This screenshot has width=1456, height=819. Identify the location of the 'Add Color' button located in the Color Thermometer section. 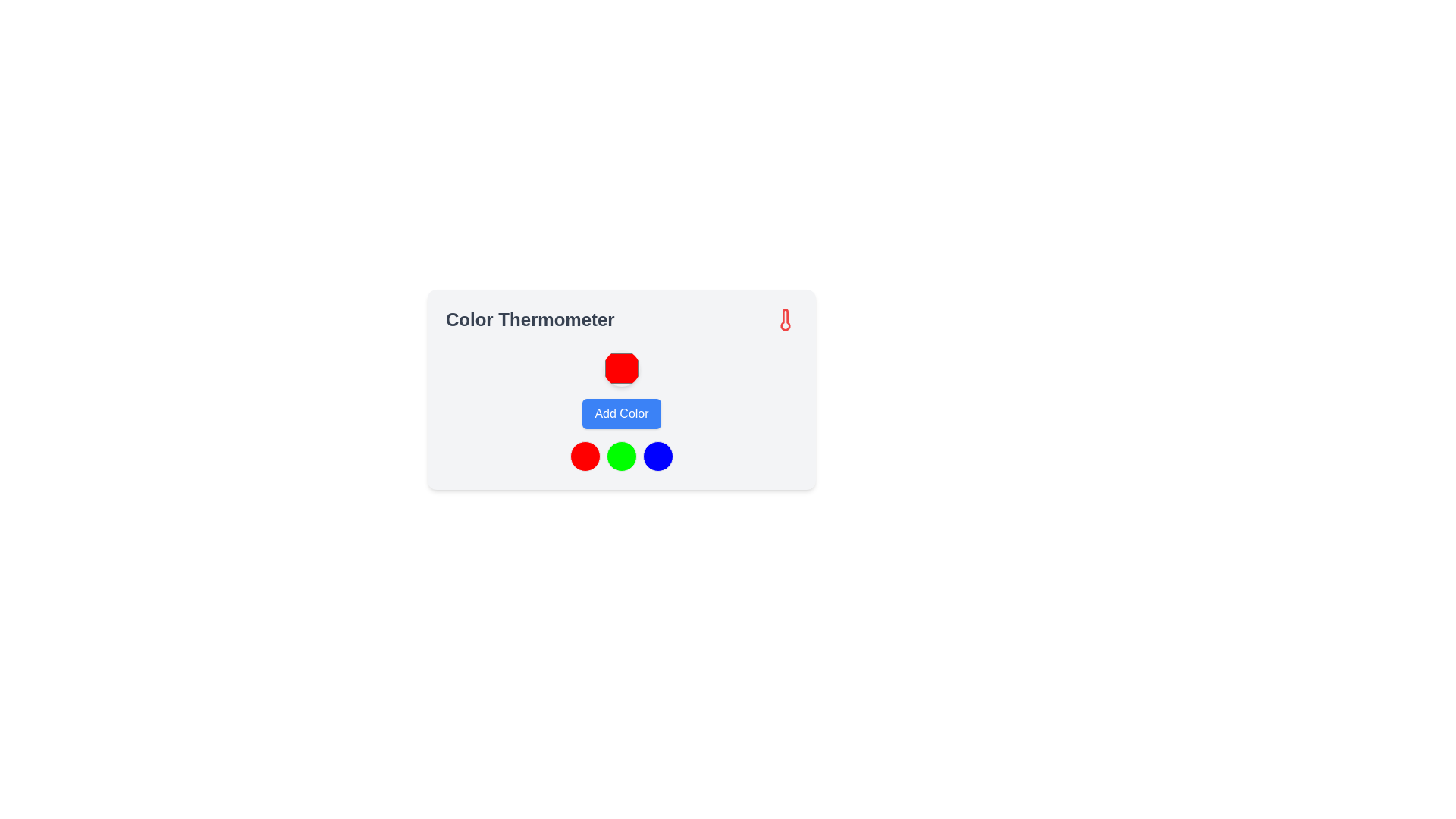
(622, 411).